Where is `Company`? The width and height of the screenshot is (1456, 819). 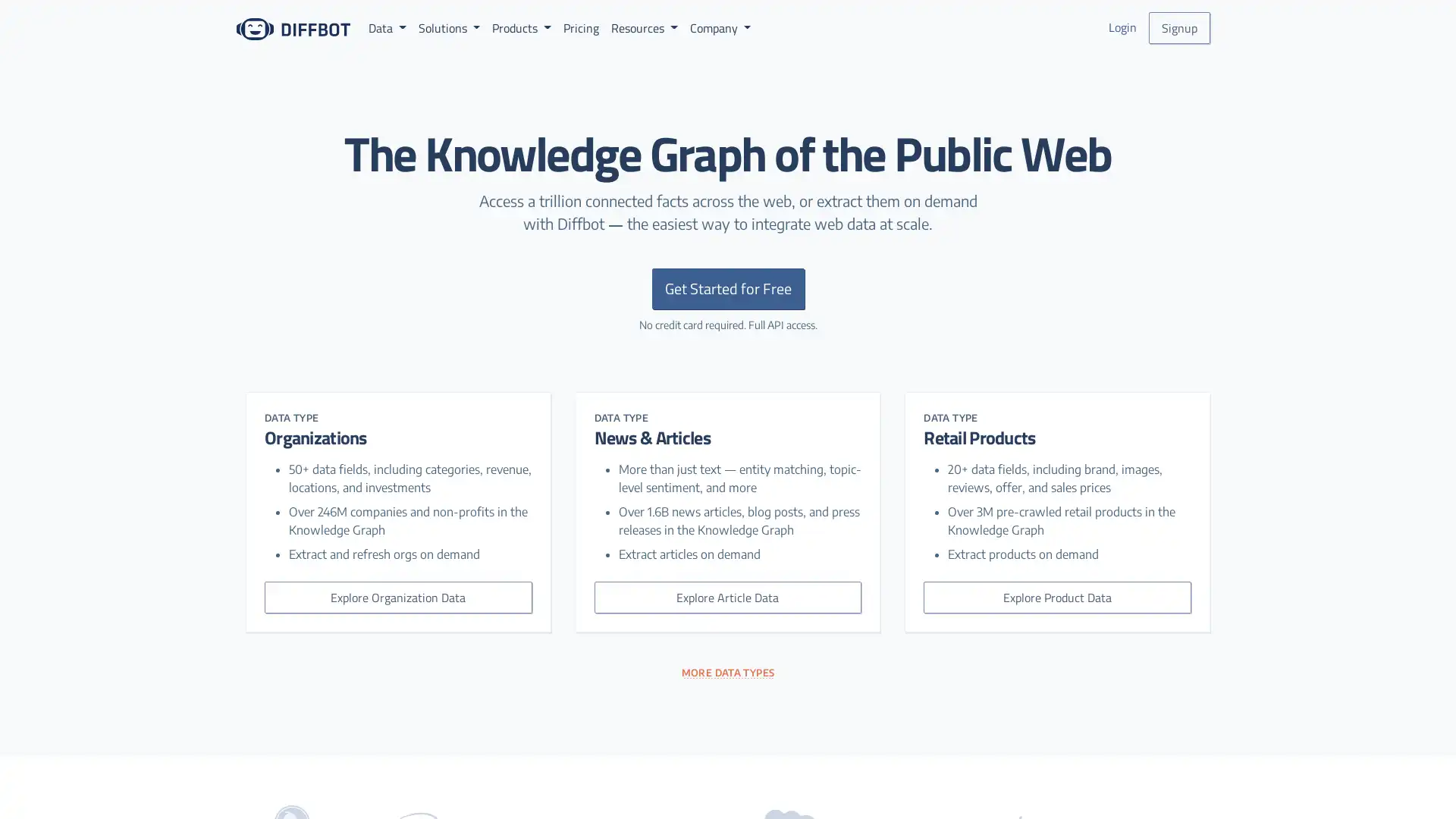 Company is located at coordinates (719, 28).